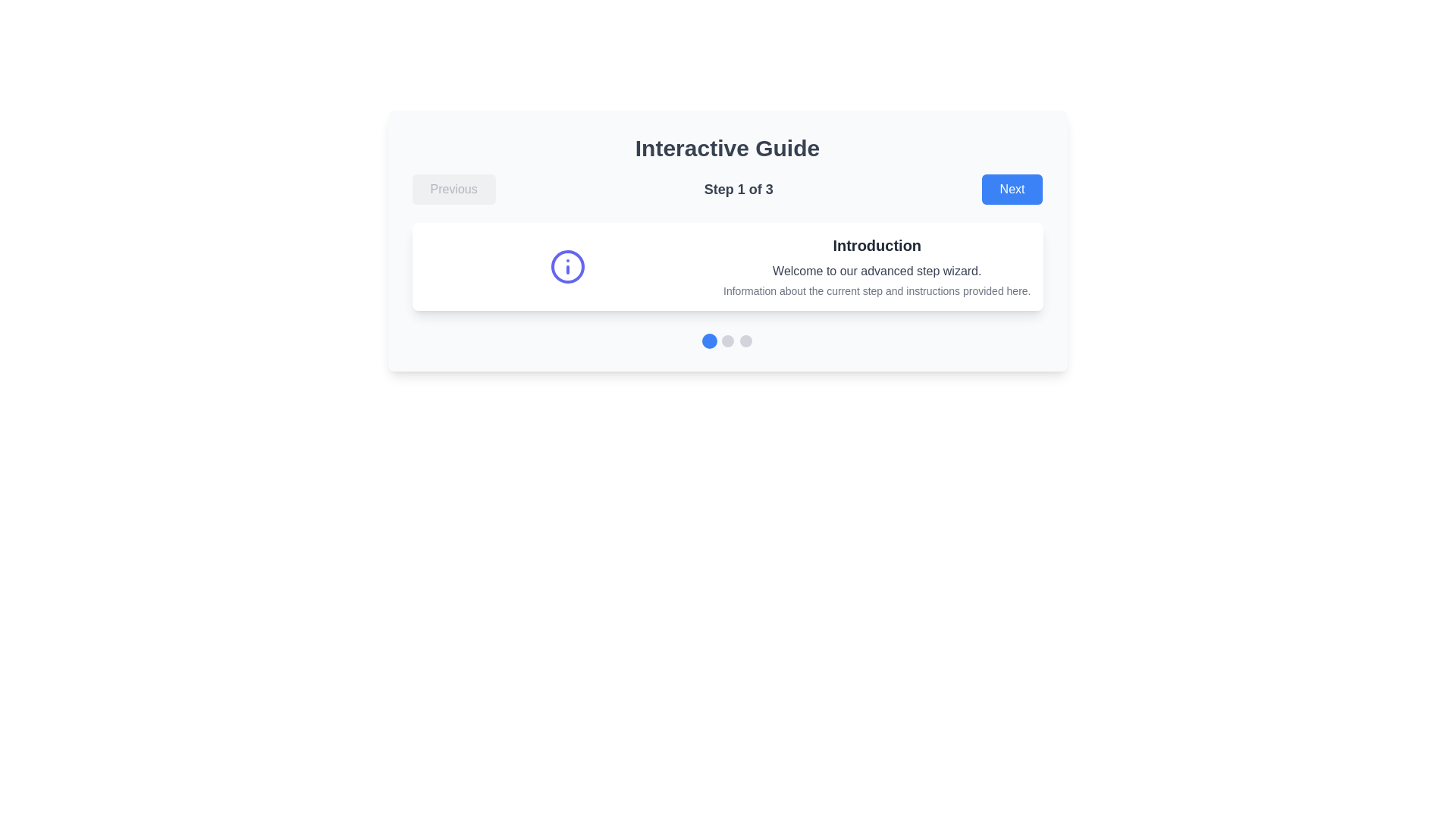 The image size is (1456, 819). Describe the element at coordinates (877, 291) in the screenshot. I see `the Text block that provides guidance in the wizard process, located below 'Welcome to our advanced step wizard.'` at that location.